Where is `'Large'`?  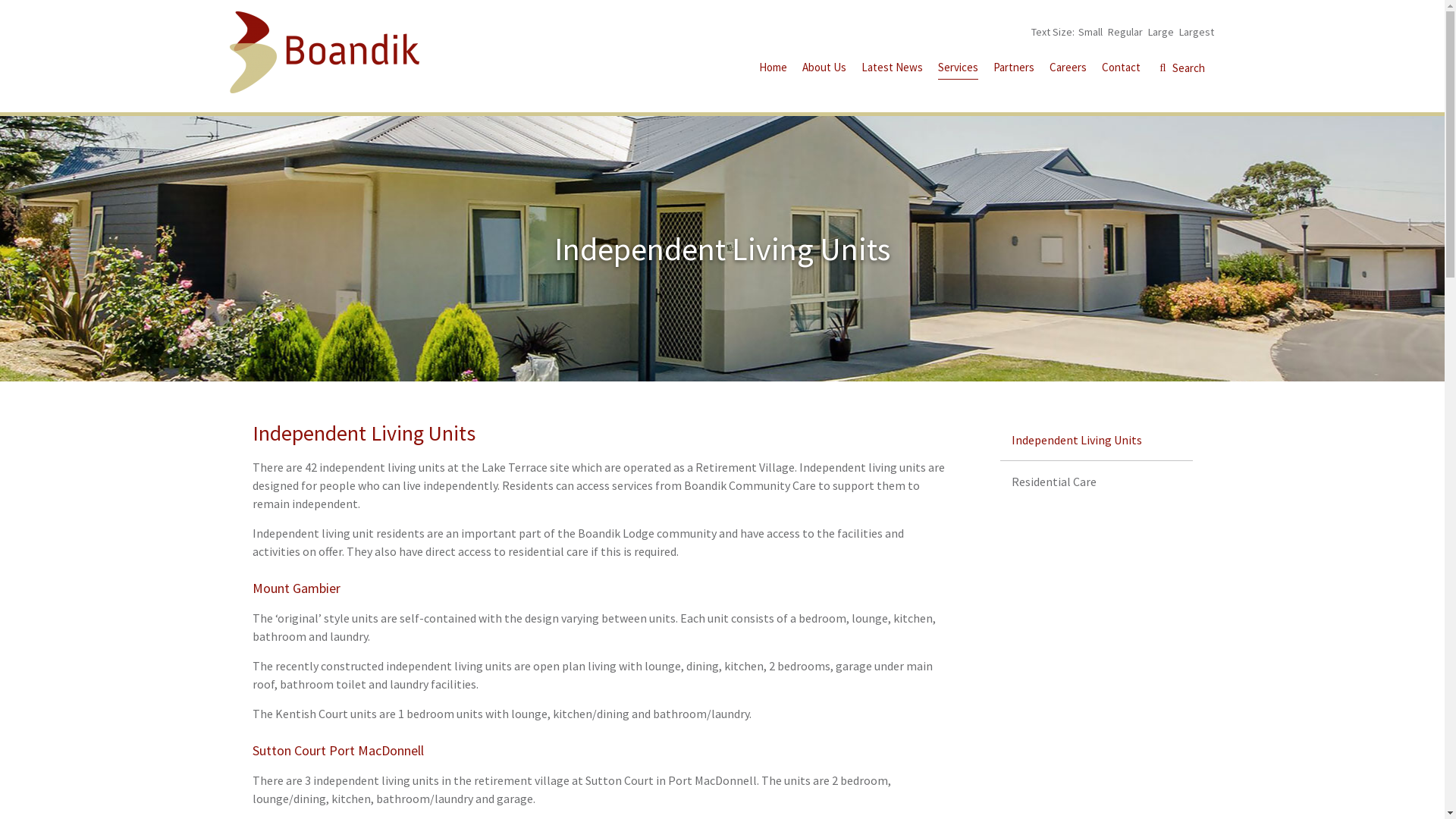 'Large' is located at coordinates (1147, 32).